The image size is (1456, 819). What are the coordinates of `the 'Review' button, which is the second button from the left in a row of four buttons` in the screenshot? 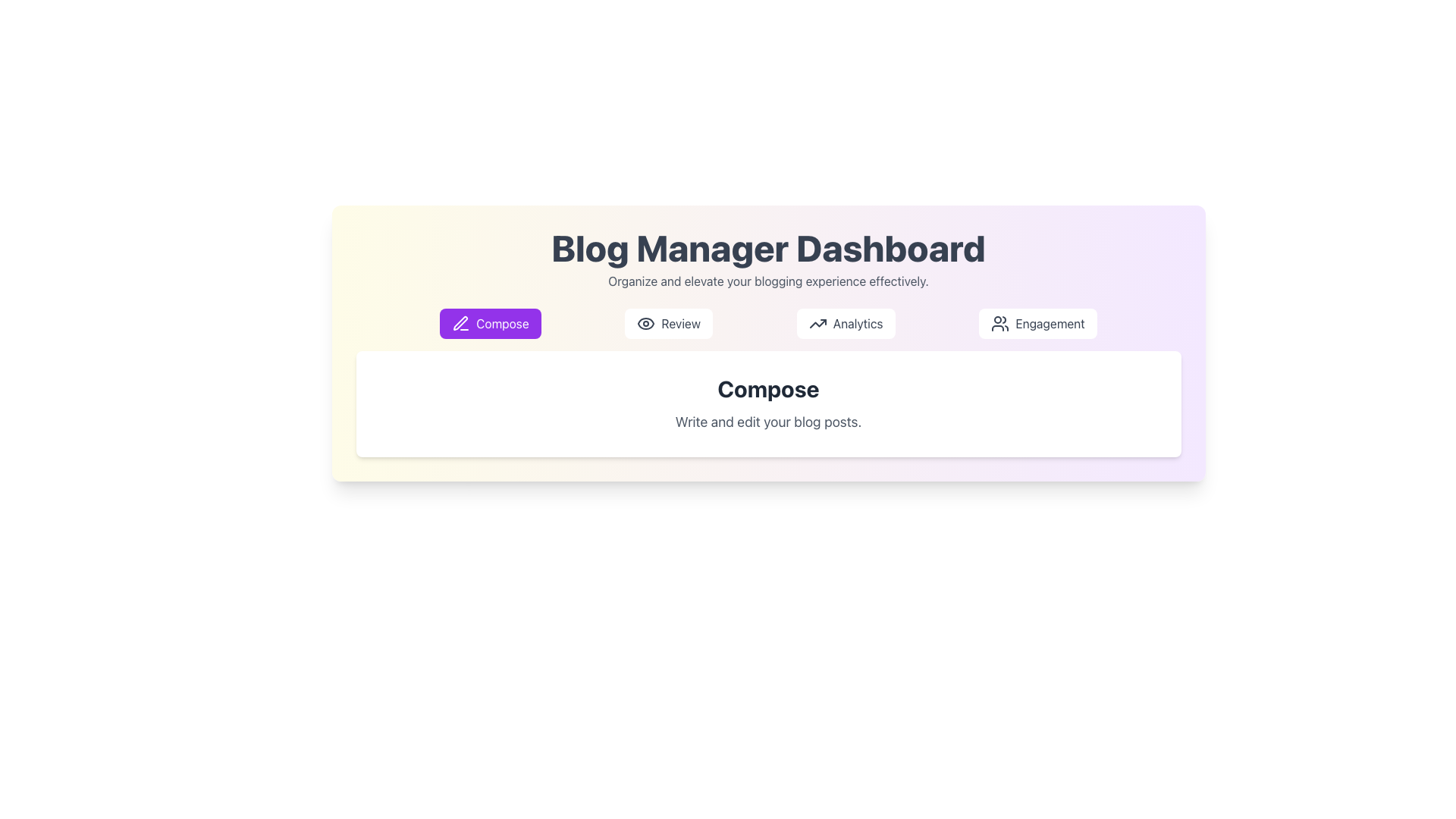 It's located at (668, 323).